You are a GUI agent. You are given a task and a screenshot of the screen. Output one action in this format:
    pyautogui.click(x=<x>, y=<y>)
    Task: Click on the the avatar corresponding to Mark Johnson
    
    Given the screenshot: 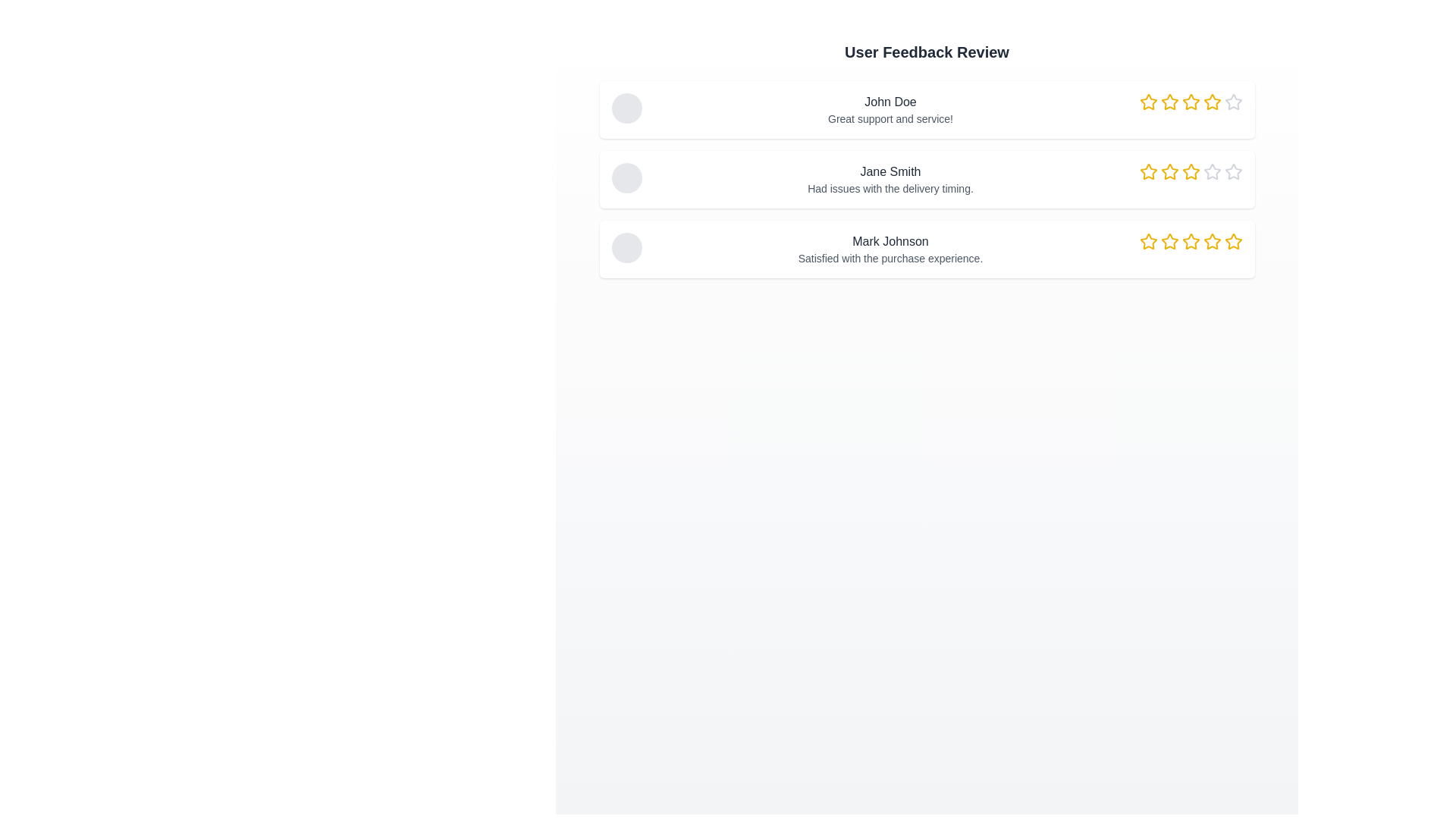 What is the action you would take?
    pyautogui.click(x=626, y=247)
    